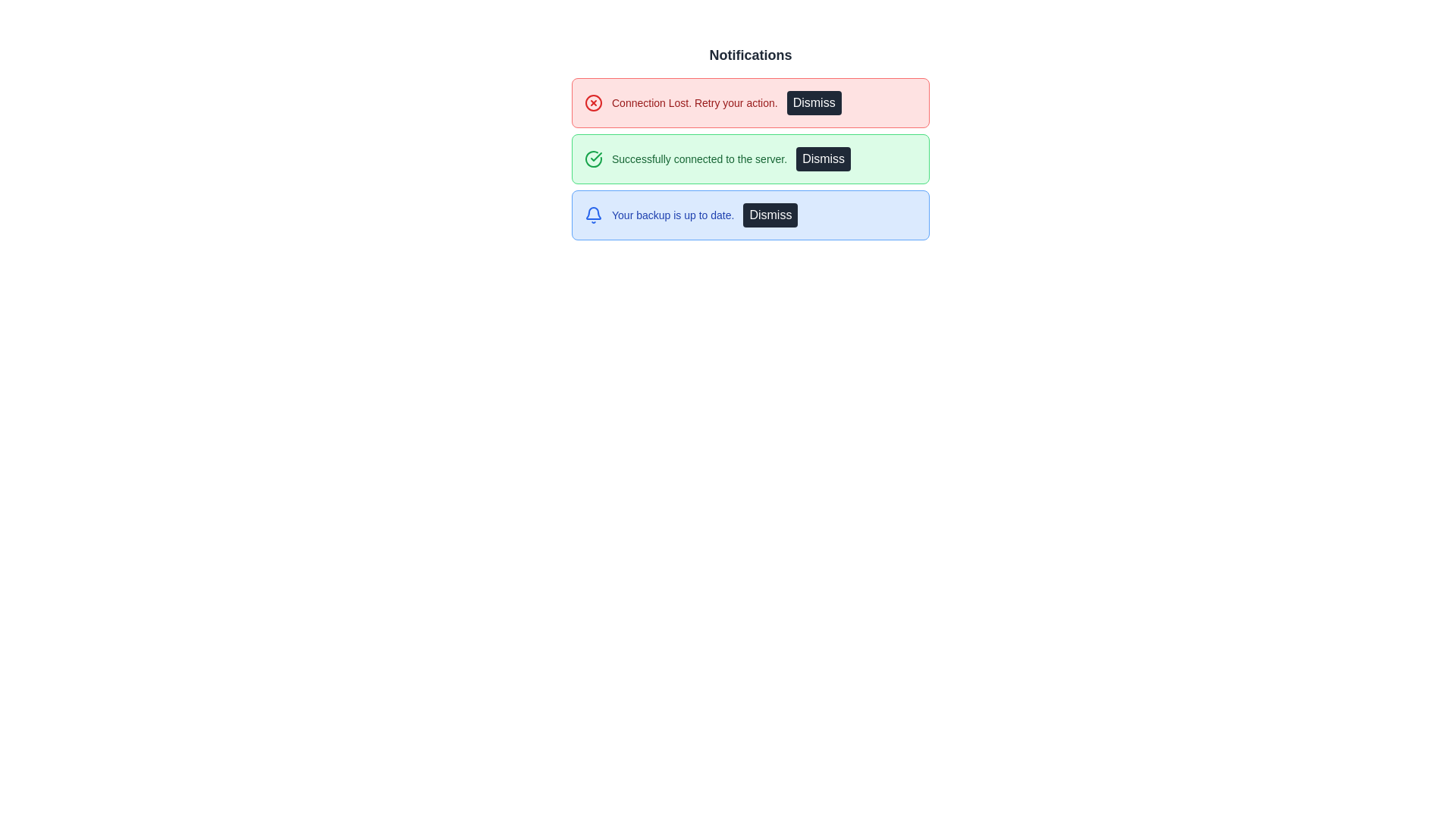 The height and width of the screenshot is (819, 1456). Describe the element at coordinates (592, 158) in the screenshot. I see `the success icon located to the left of the notification bar indicating 'Successfully connected to the server.'` at that location.